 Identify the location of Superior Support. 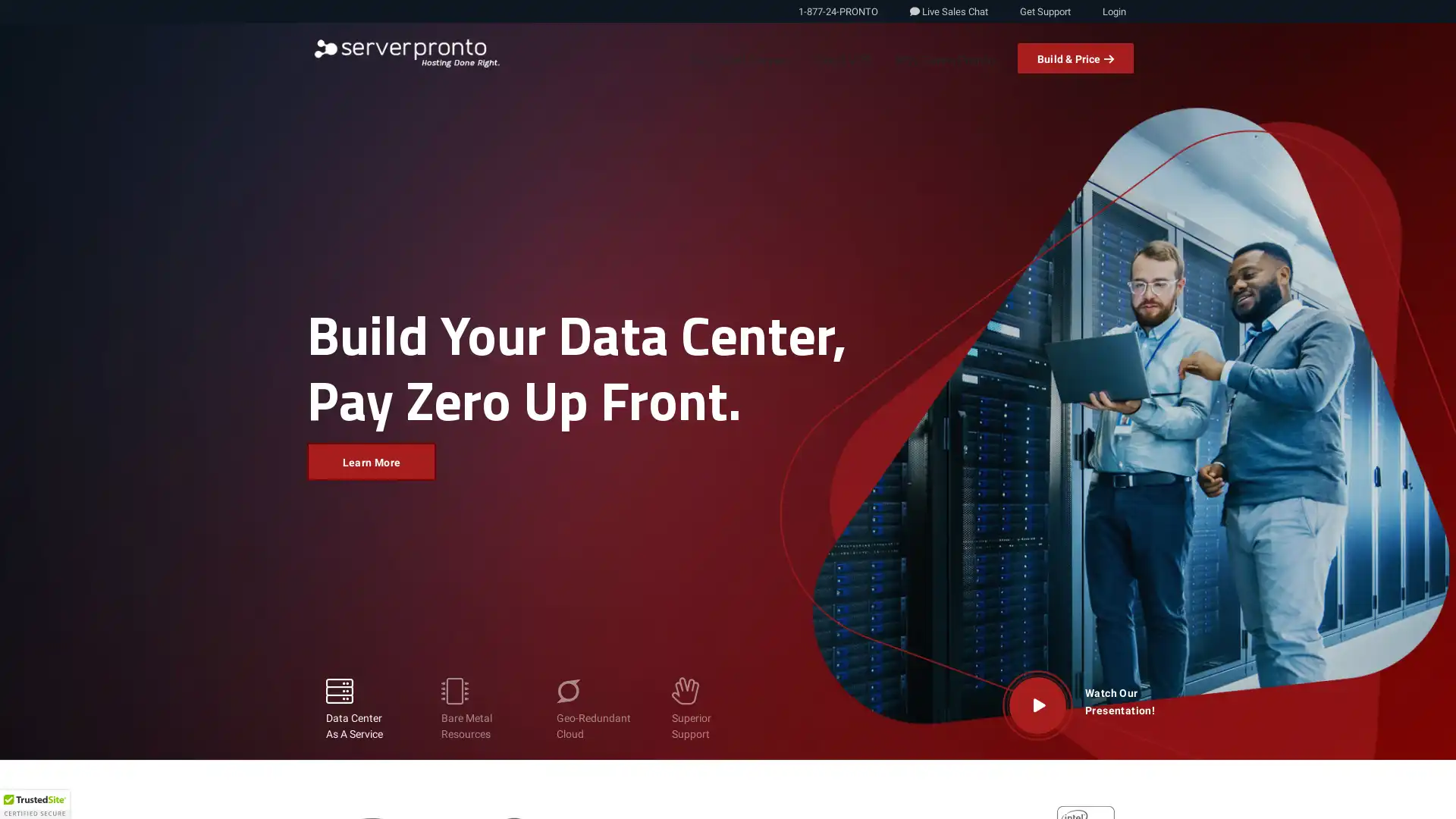
(709, 710).